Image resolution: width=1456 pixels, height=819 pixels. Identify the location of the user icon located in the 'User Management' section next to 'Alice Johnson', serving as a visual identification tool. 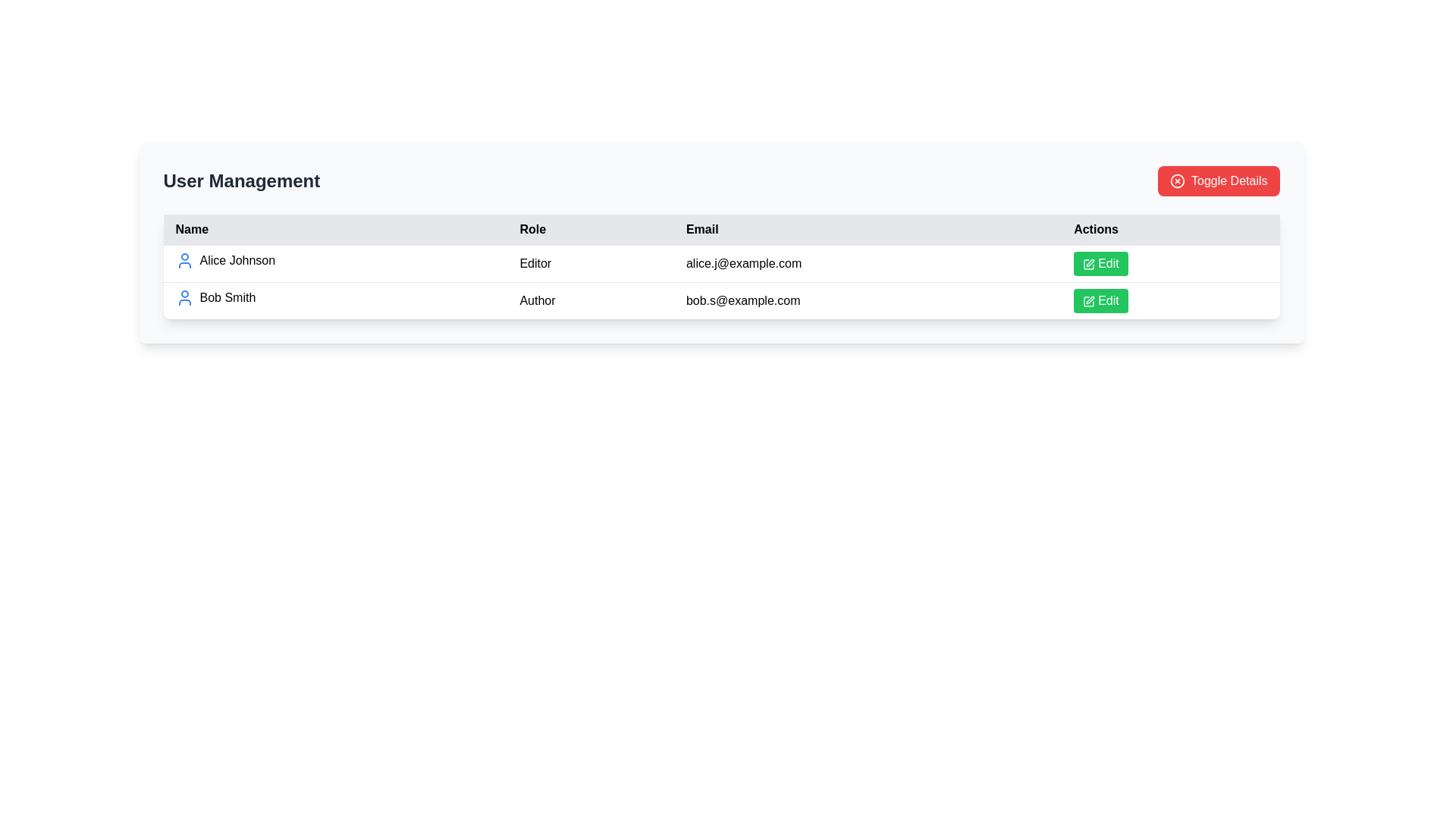
(184, 259).